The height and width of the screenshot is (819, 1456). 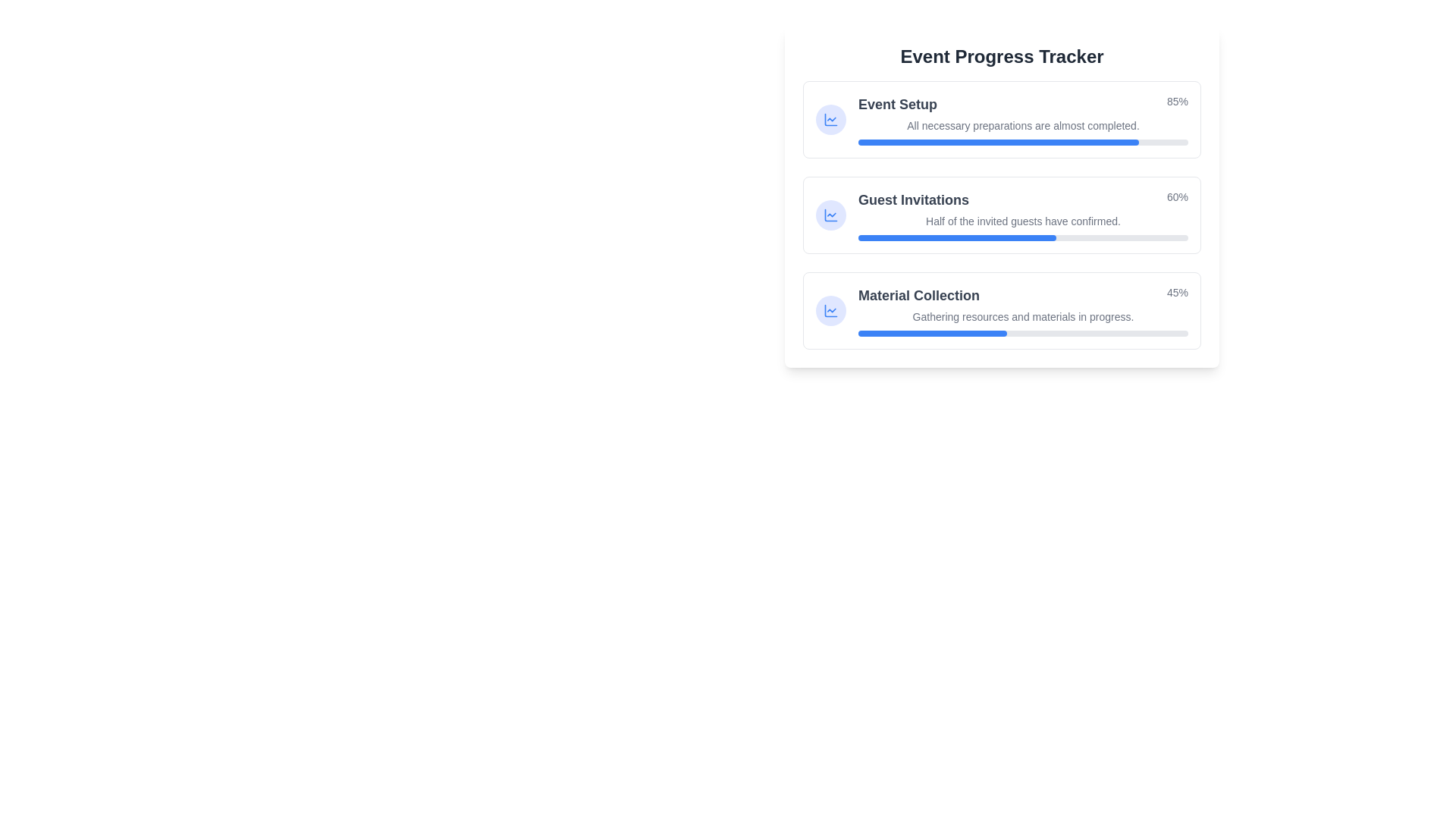 I want to click on displayed information from the Information widget, which is the second item in the Event Progress Tracker list, located between Event Setup and Material Collection, so click(x=1002, y=215).